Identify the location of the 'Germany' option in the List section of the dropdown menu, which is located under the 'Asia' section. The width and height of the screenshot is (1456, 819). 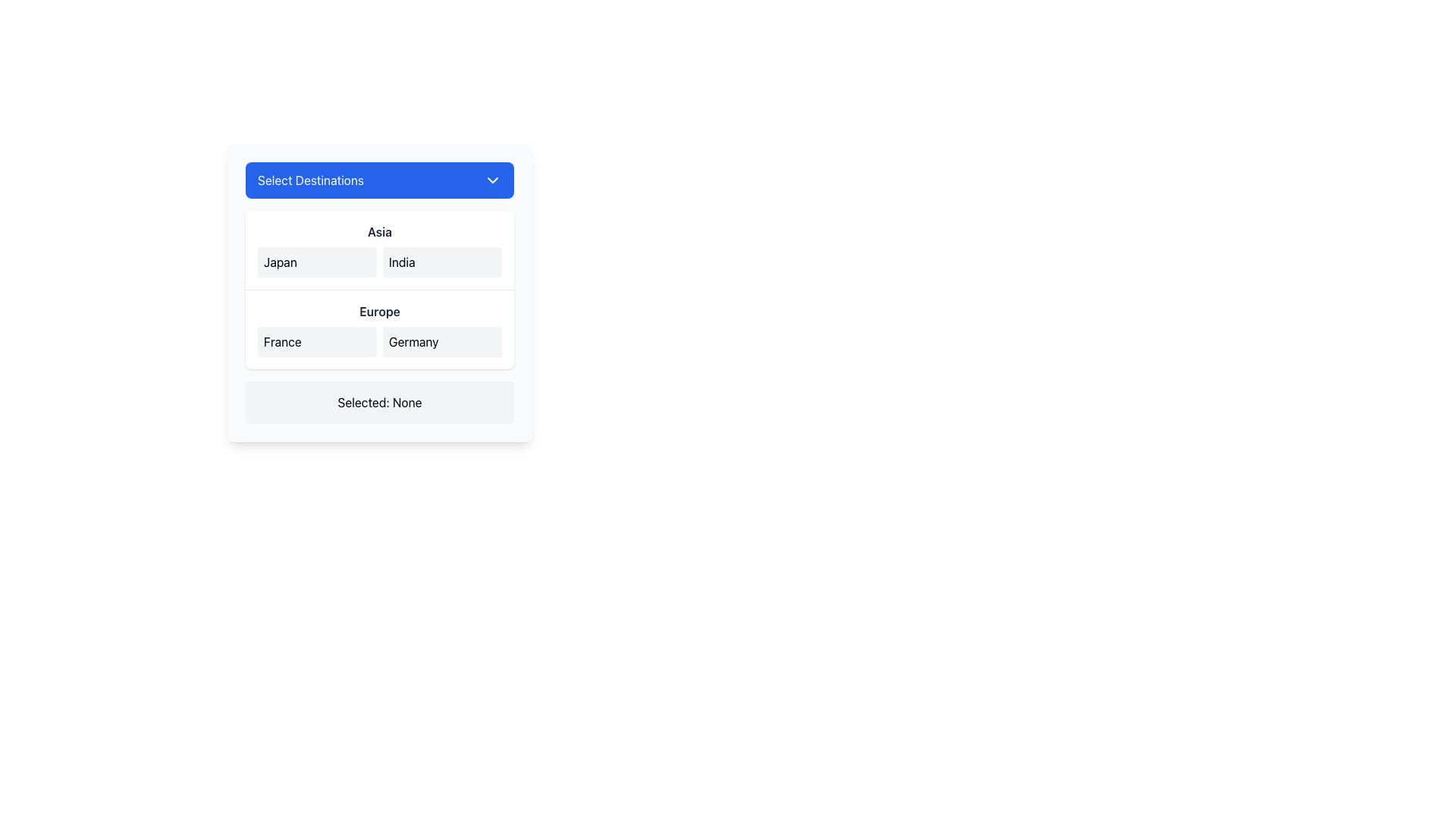
(379, 328).